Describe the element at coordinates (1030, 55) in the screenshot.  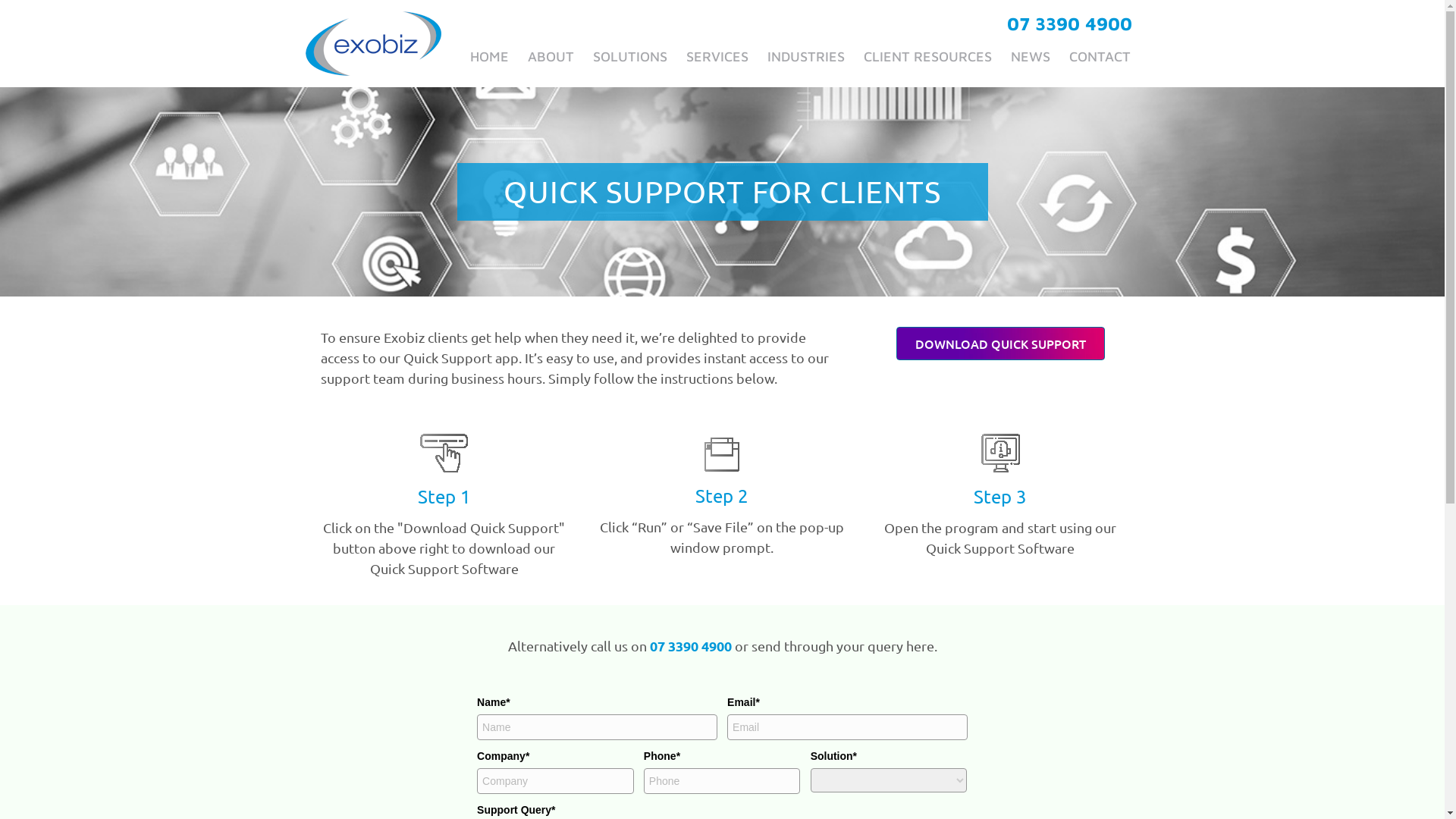
I see `'NEWS'` at that location.